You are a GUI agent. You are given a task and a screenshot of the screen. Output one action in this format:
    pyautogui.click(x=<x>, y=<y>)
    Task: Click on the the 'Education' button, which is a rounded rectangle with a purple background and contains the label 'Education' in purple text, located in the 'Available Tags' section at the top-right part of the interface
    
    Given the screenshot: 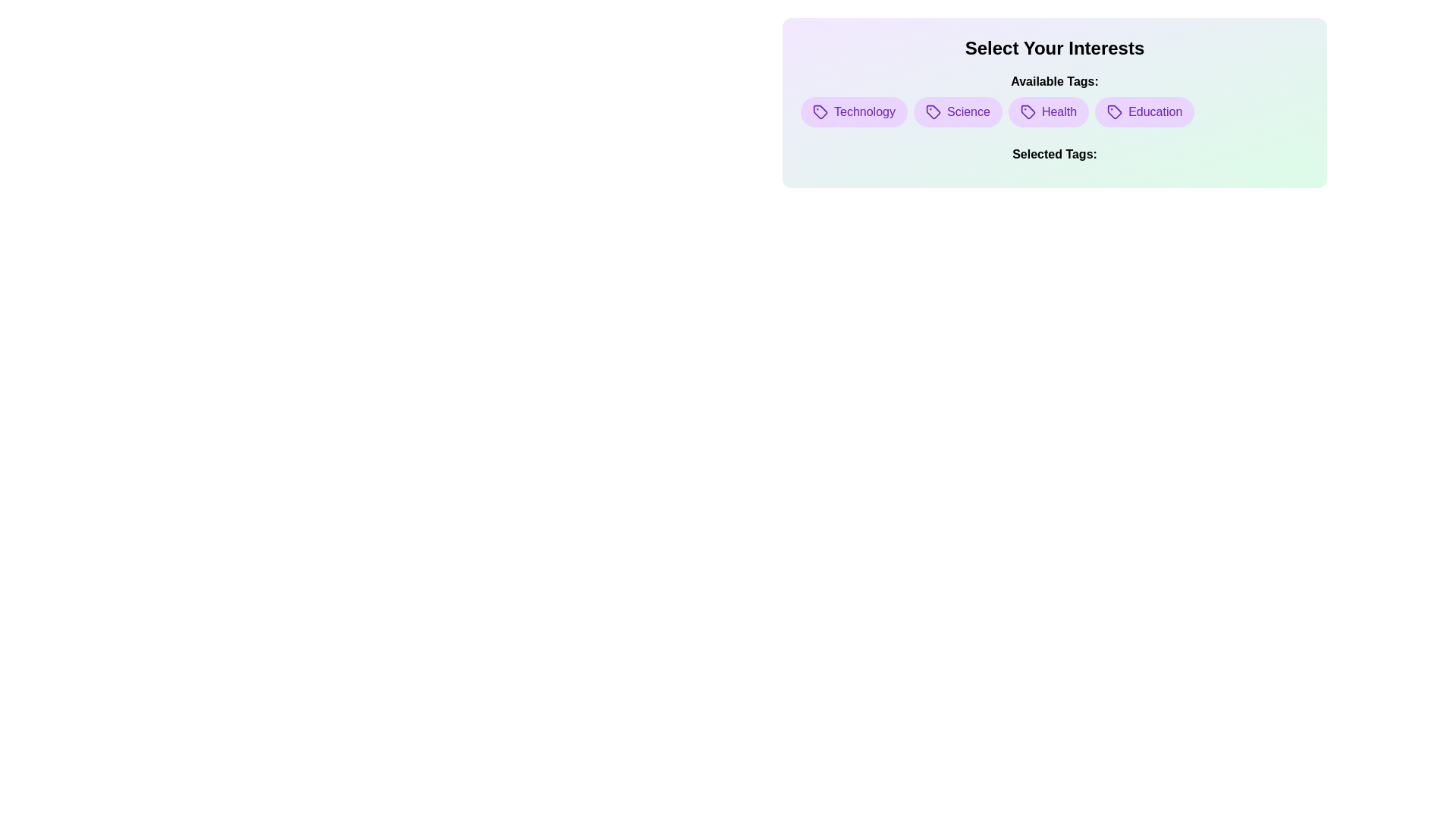 What is the action you would take?
    pyautogui.click(x=1144, y=111)
    